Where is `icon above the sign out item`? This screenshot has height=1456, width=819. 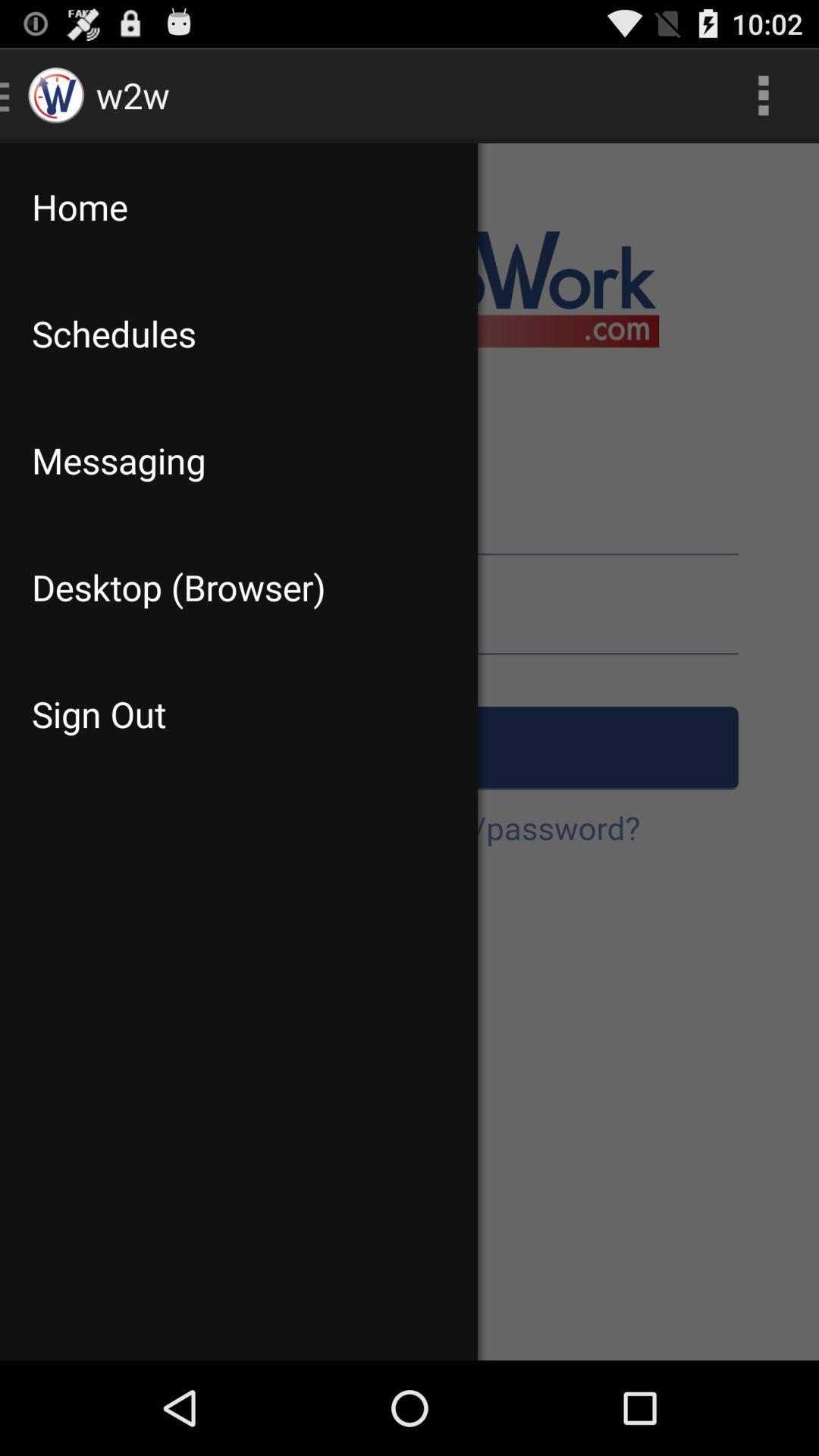 icon above the sign out item is located at coordinates (239, 586).